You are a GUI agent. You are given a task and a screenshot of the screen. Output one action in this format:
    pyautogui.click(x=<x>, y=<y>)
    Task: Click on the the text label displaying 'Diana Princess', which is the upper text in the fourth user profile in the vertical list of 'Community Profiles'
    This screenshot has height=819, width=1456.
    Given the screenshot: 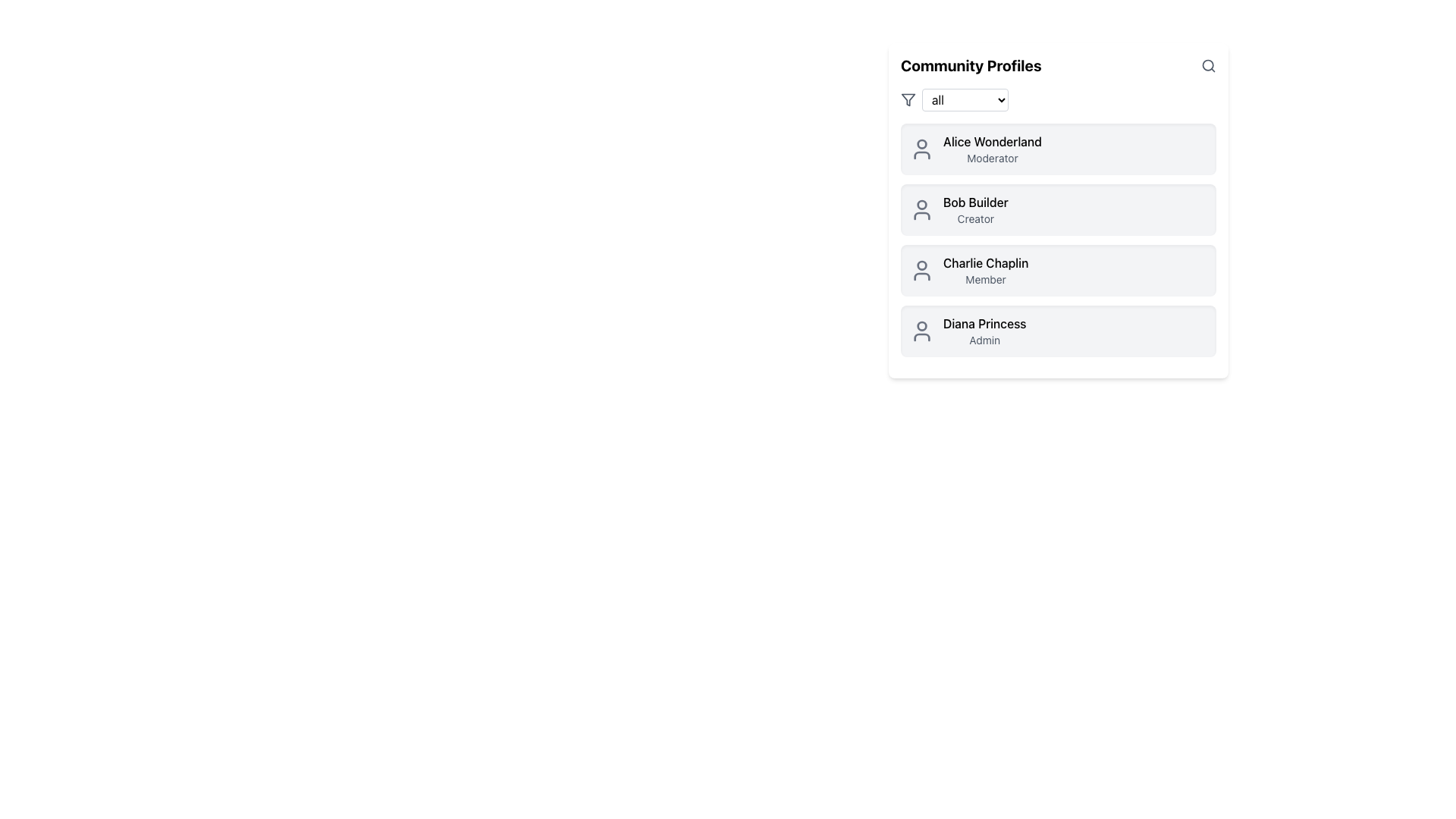 What is the action you would take?
    pyautogui.click(x=984, y=323)
    